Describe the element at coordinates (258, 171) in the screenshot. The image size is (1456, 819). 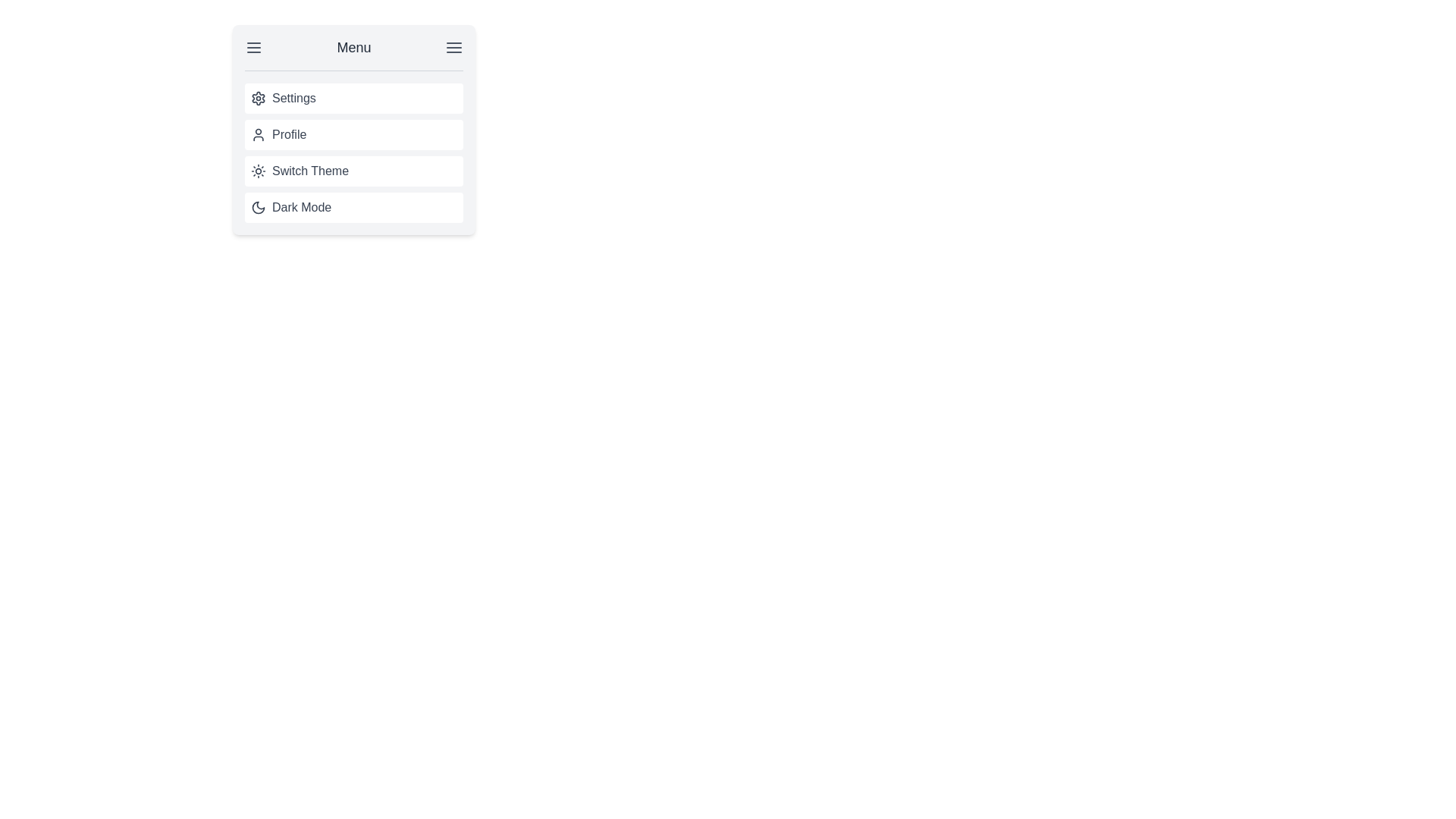
I see `the sun icon used for toggling between light and dark themes, located to the left of the 'Switch Theme' text in the third row of the menu options` at that location.